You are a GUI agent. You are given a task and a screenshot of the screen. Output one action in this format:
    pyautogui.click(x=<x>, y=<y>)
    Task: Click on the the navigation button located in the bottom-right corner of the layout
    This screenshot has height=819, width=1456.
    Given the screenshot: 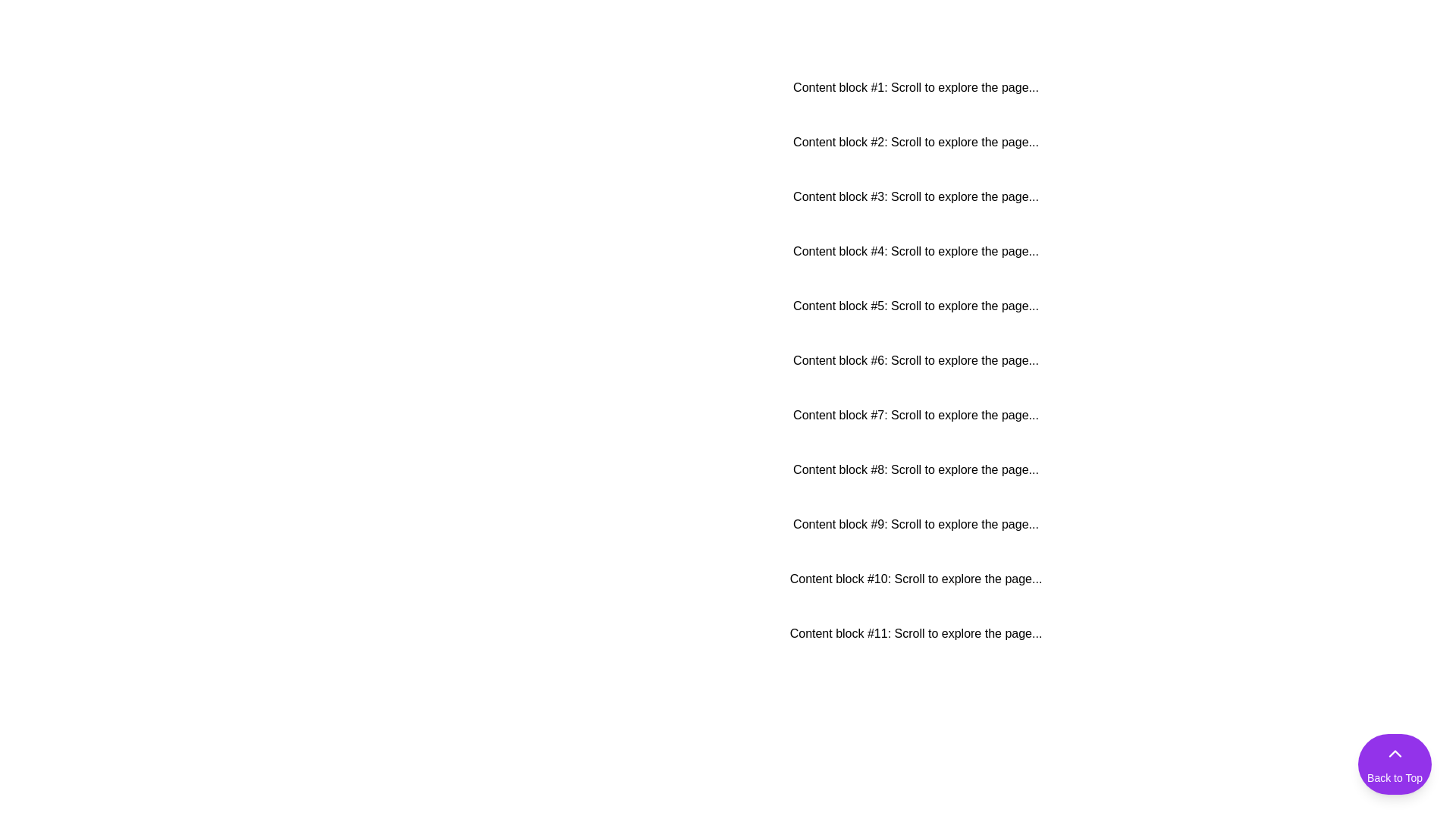 What is the action you would take?
    pyautogui.click(x=1395, y=764)
    